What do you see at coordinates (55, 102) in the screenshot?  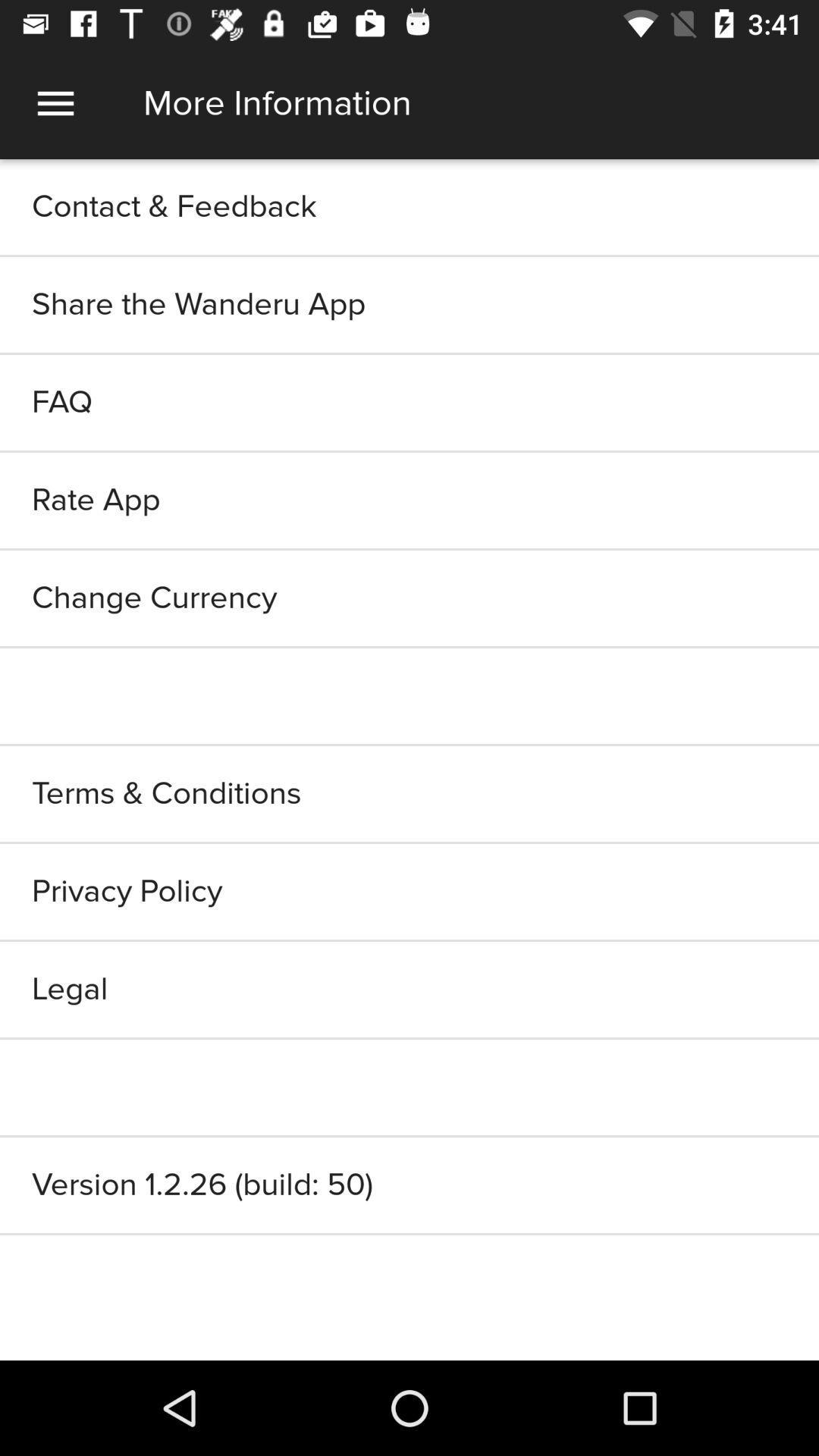 I see `menu icon` at bounding box center [55, 102].